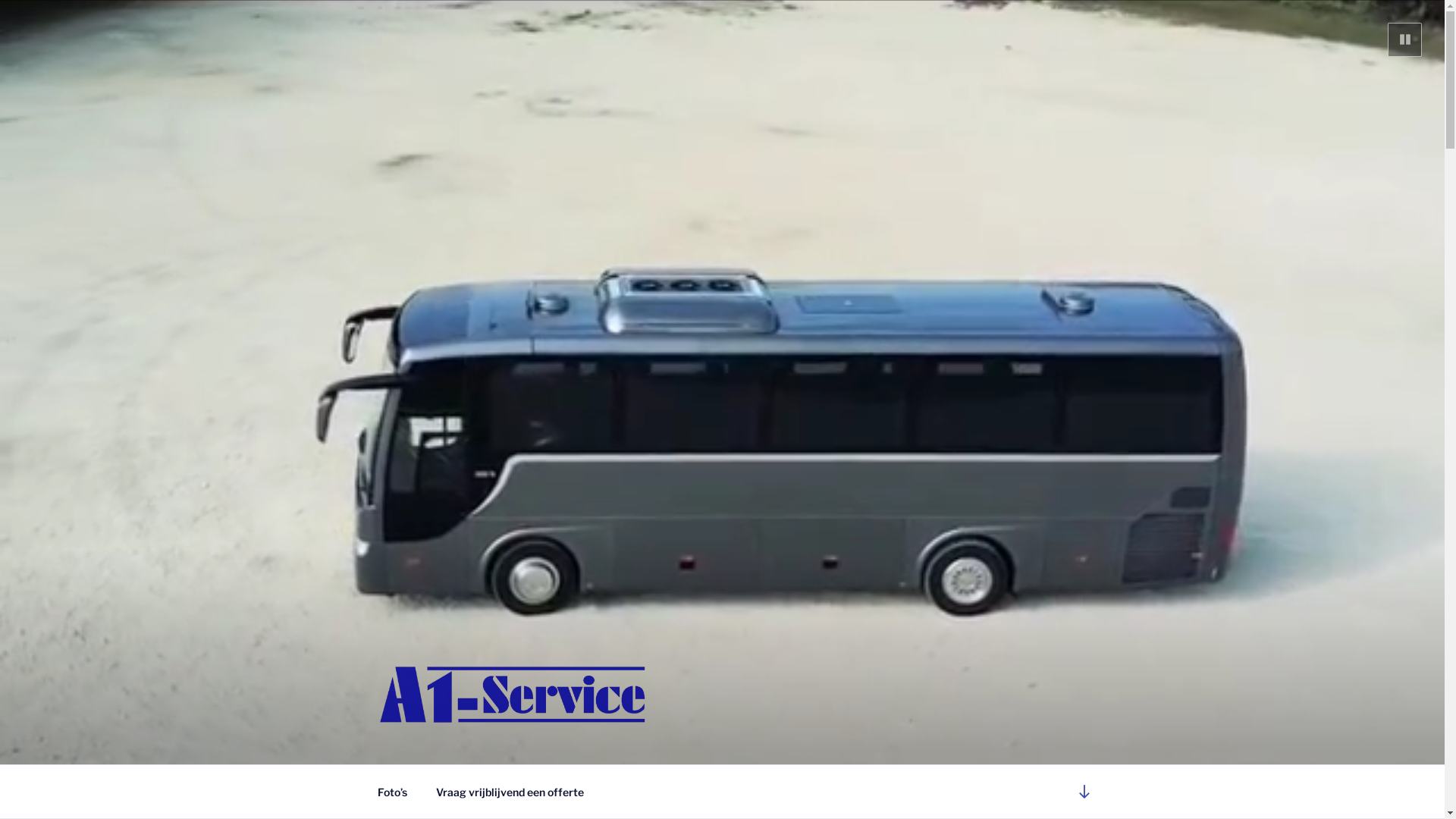 The height and width of the screenshot is (819, 1456). What do you see at coordinates (1083, 790) in the screenshot?
I see `'Scroll omlaag naar de content'` at bounding box center [1083, 790].